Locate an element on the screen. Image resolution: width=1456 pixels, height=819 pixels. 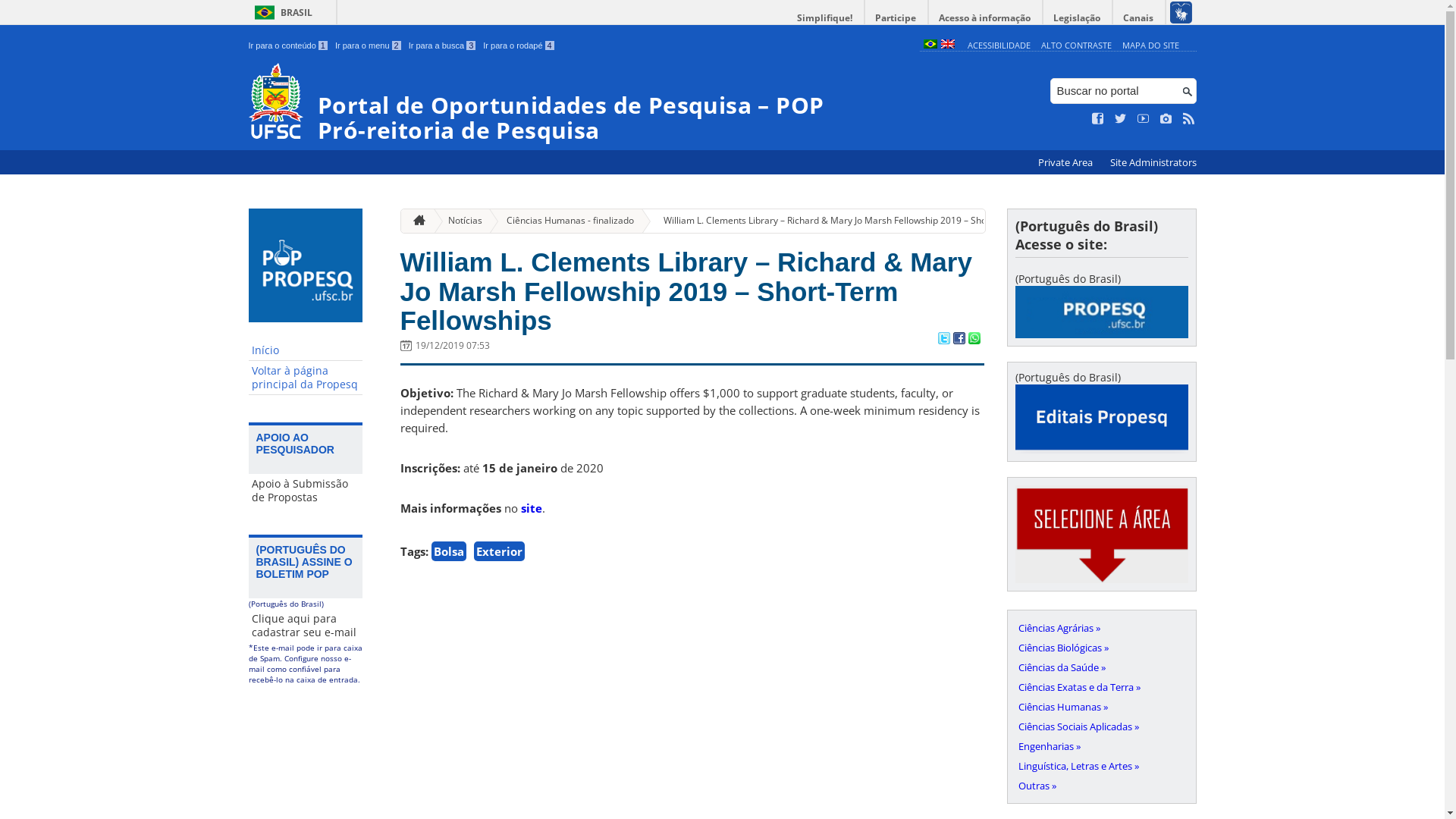
'Ir para a busca 3' is located at coordinates (441, 45).